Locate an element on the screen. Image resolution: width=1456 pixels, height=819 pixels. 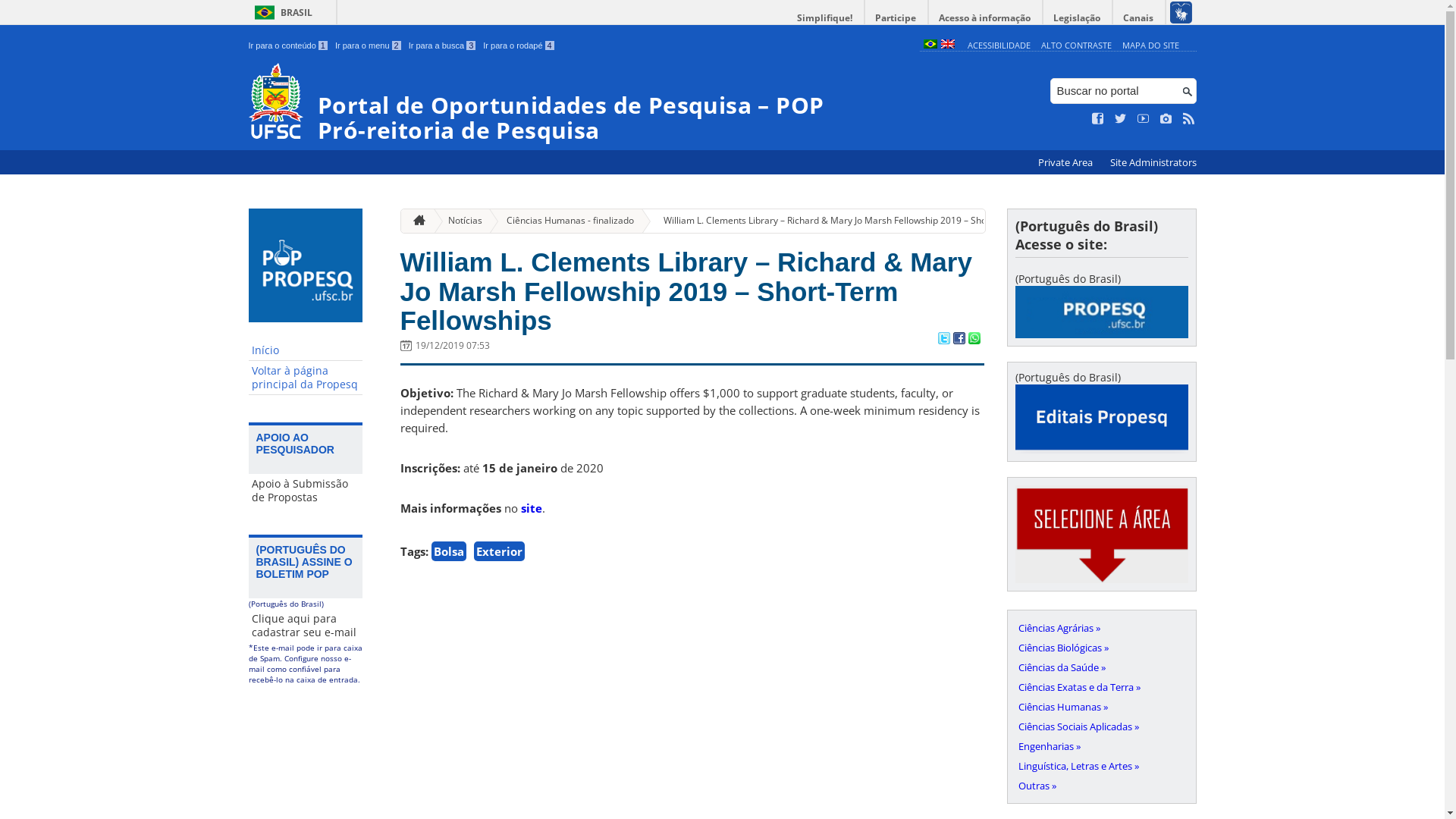
'Ir para a busca 3' is located at coordinates (441, 45).